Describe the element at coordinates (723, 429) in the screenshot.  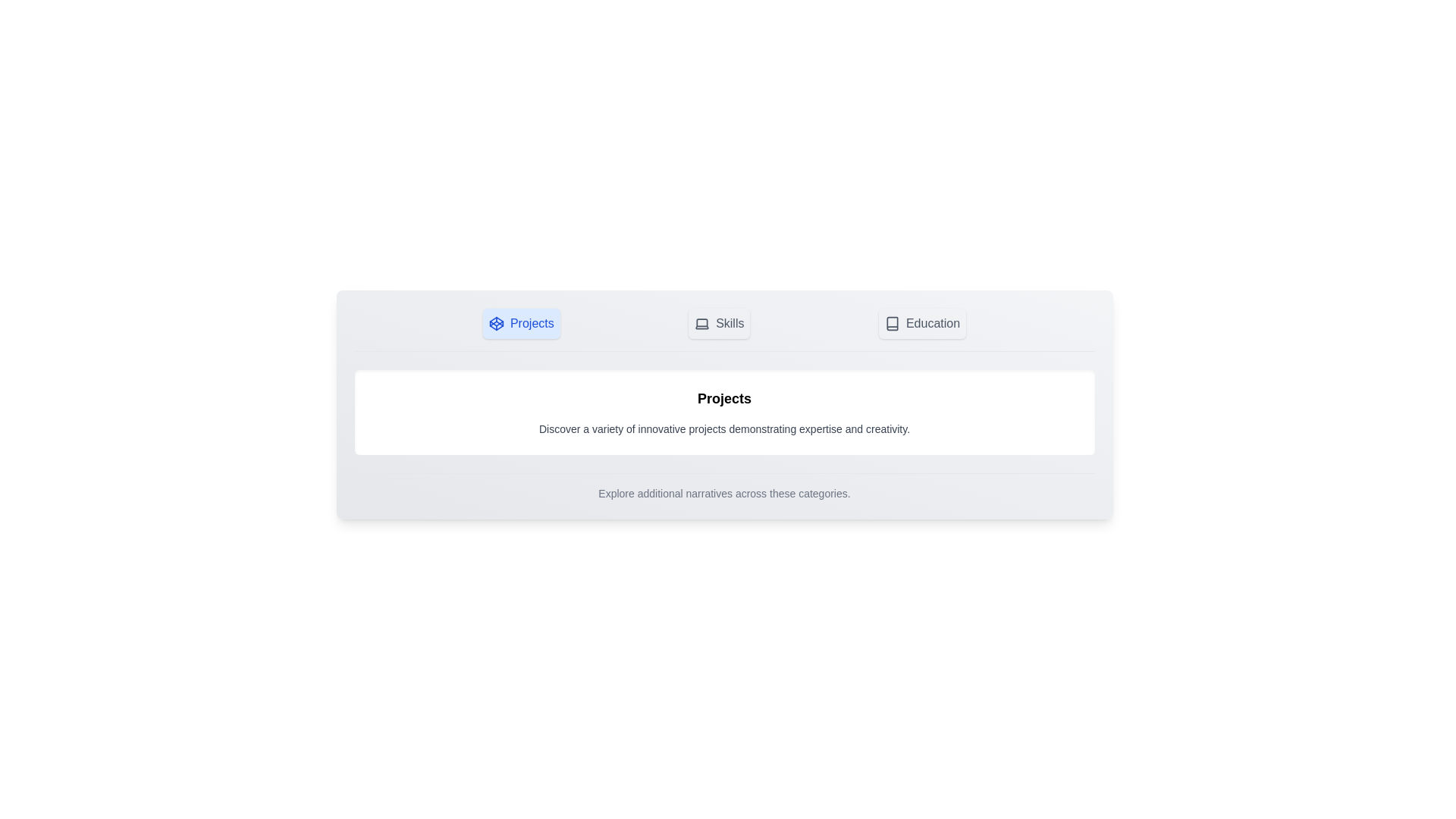
I see `text element that displays 'Discover a variety of innovative projects demonstrating expertise and creativity.' located within the white card section beneath the heading 'Projects.'` at that location.